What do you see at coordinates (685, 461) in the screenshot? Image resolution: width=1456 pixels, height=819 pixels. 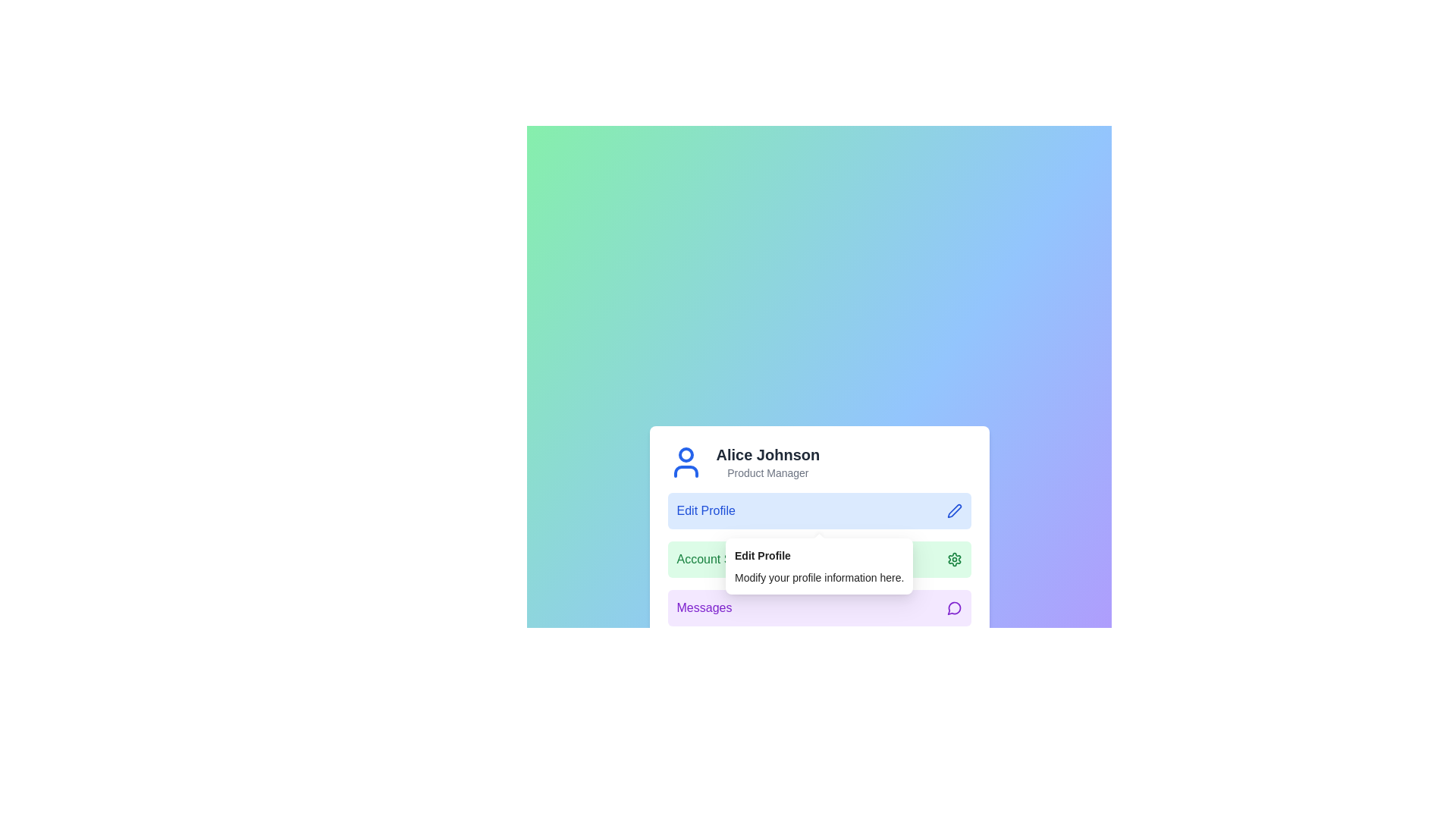 I see `the user icon, which is a simplistic representation of a person's torso in bright blue color, located at the left side of the layout for profile information` at bounding box center [685, 461].